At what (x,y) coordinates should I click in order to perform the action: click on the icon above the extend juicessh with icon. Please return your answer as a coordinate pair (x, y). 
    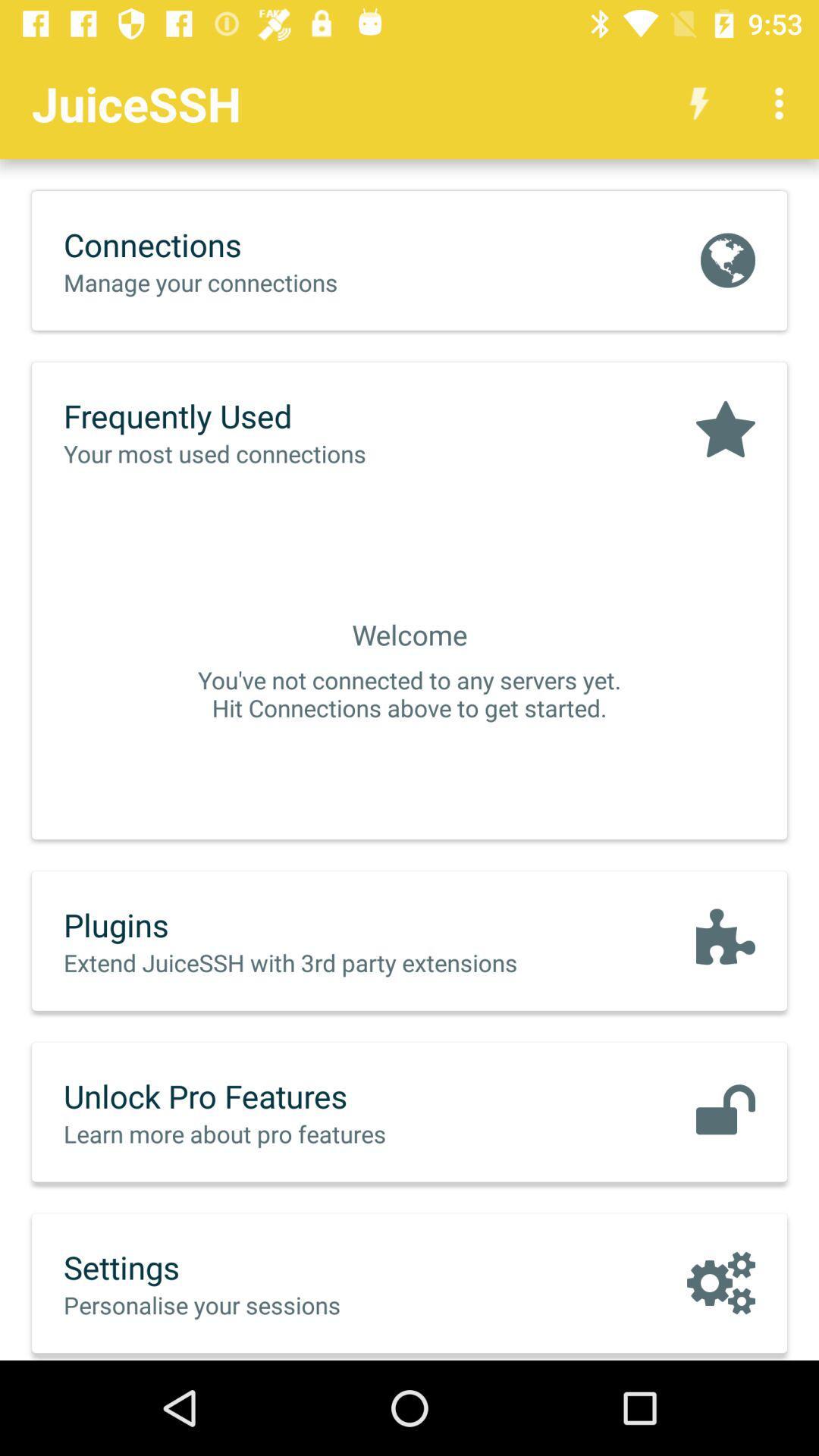
    Looking at the image, I should click on (322, 924).